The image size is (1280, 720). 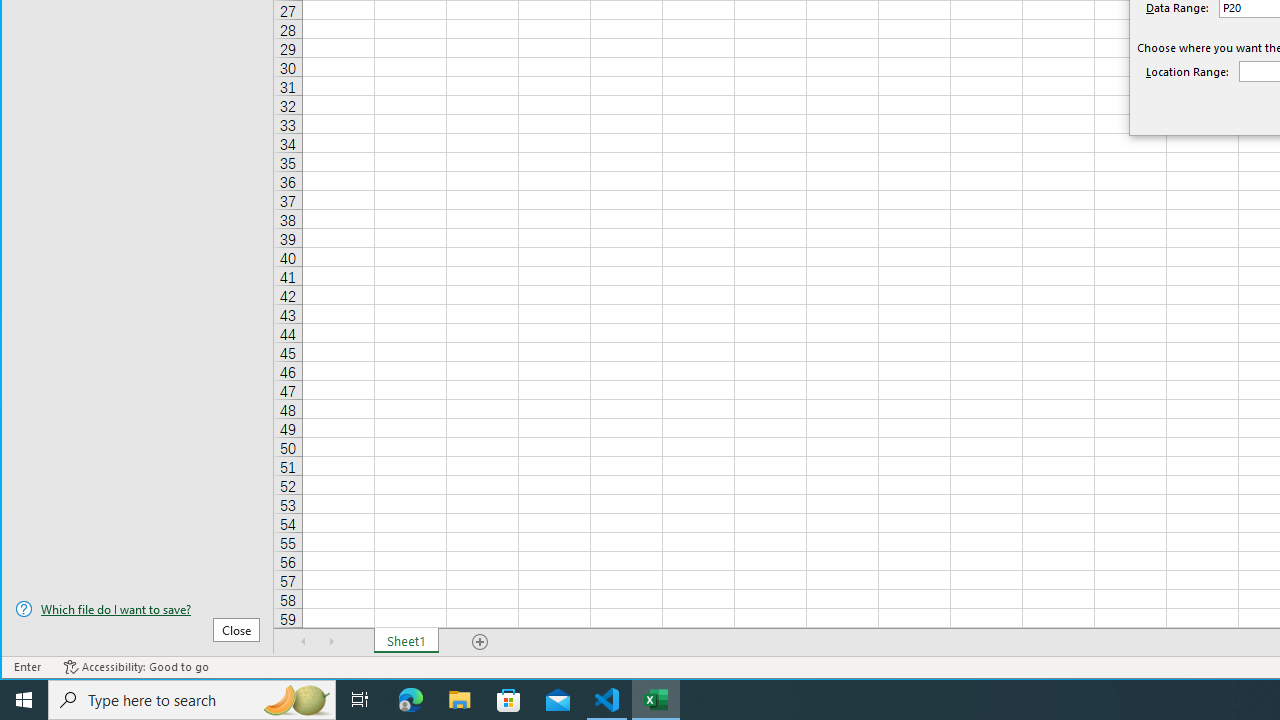 What do you see at coordinates (481, 641) in the screenshot?
I see `'Add Sheet'` at bounding box center [481, 641].